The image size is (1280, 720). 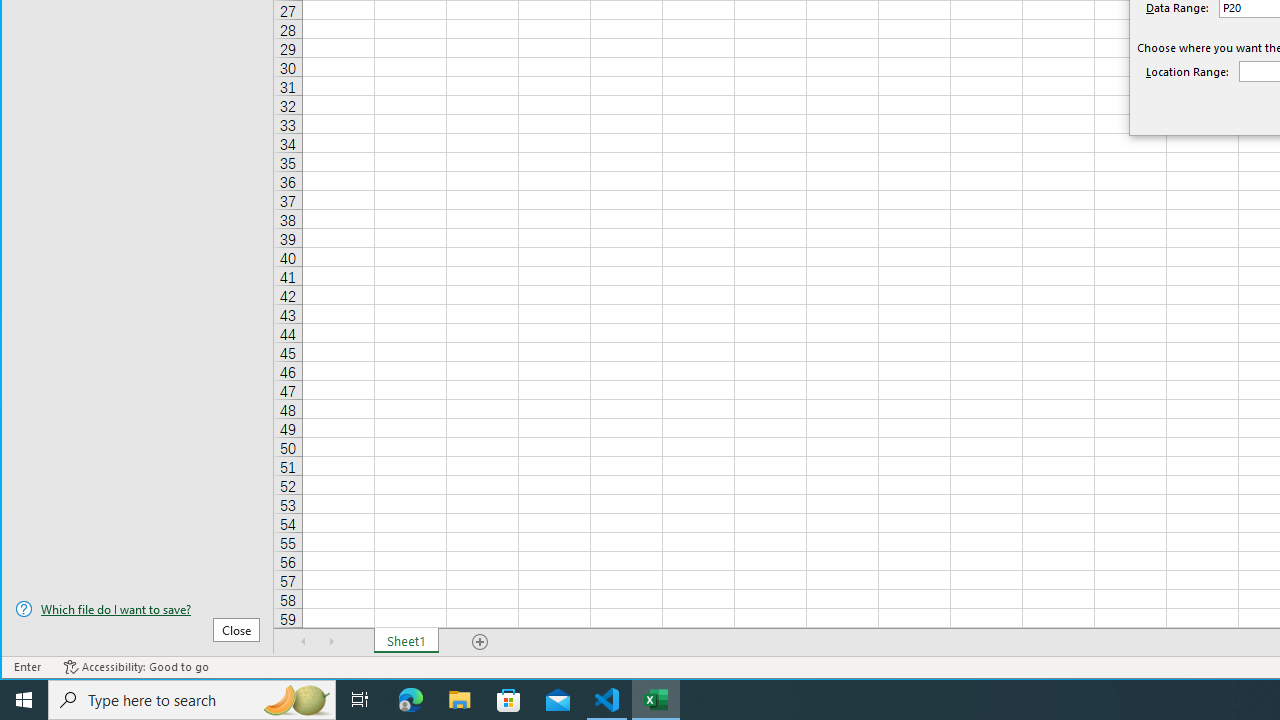 What do you see at coordinates (481, 641) in the screenshot?
I see `'Add Sheet'` at bounding box center [481, 641].